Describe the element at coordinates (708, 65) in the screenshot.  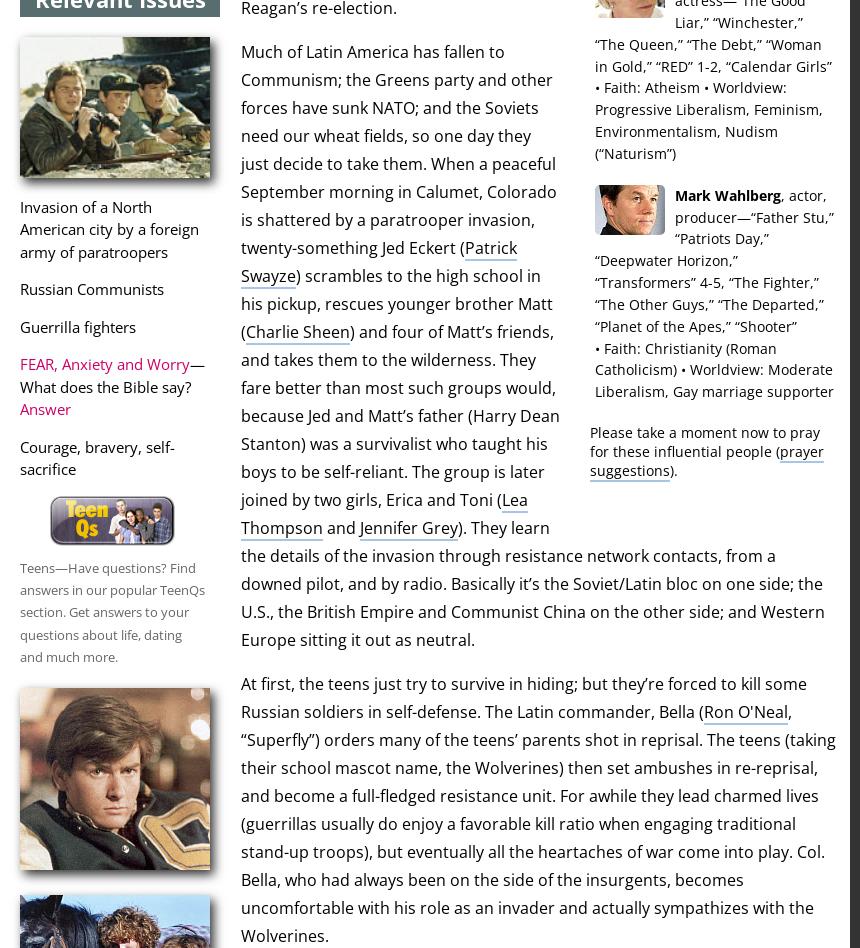
I see `'” 1-2, “'` at that location.